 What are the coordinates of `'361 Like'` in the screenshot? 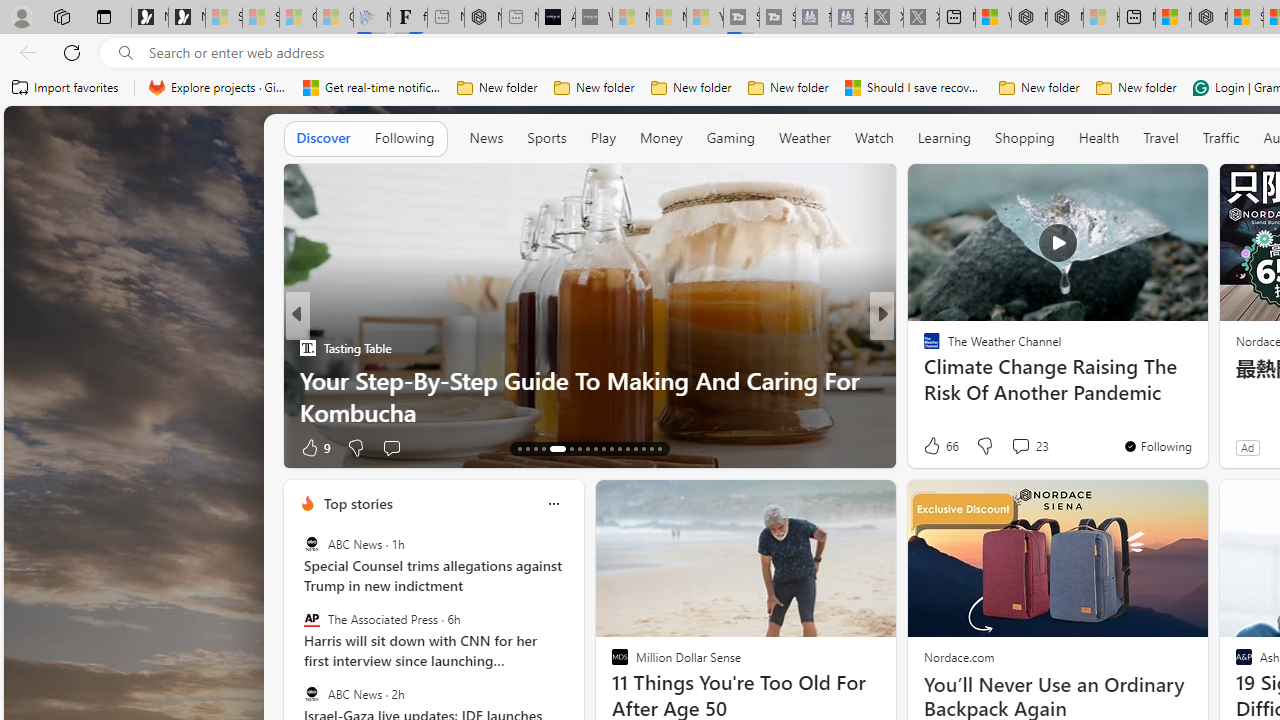 It's located at (935, 446).